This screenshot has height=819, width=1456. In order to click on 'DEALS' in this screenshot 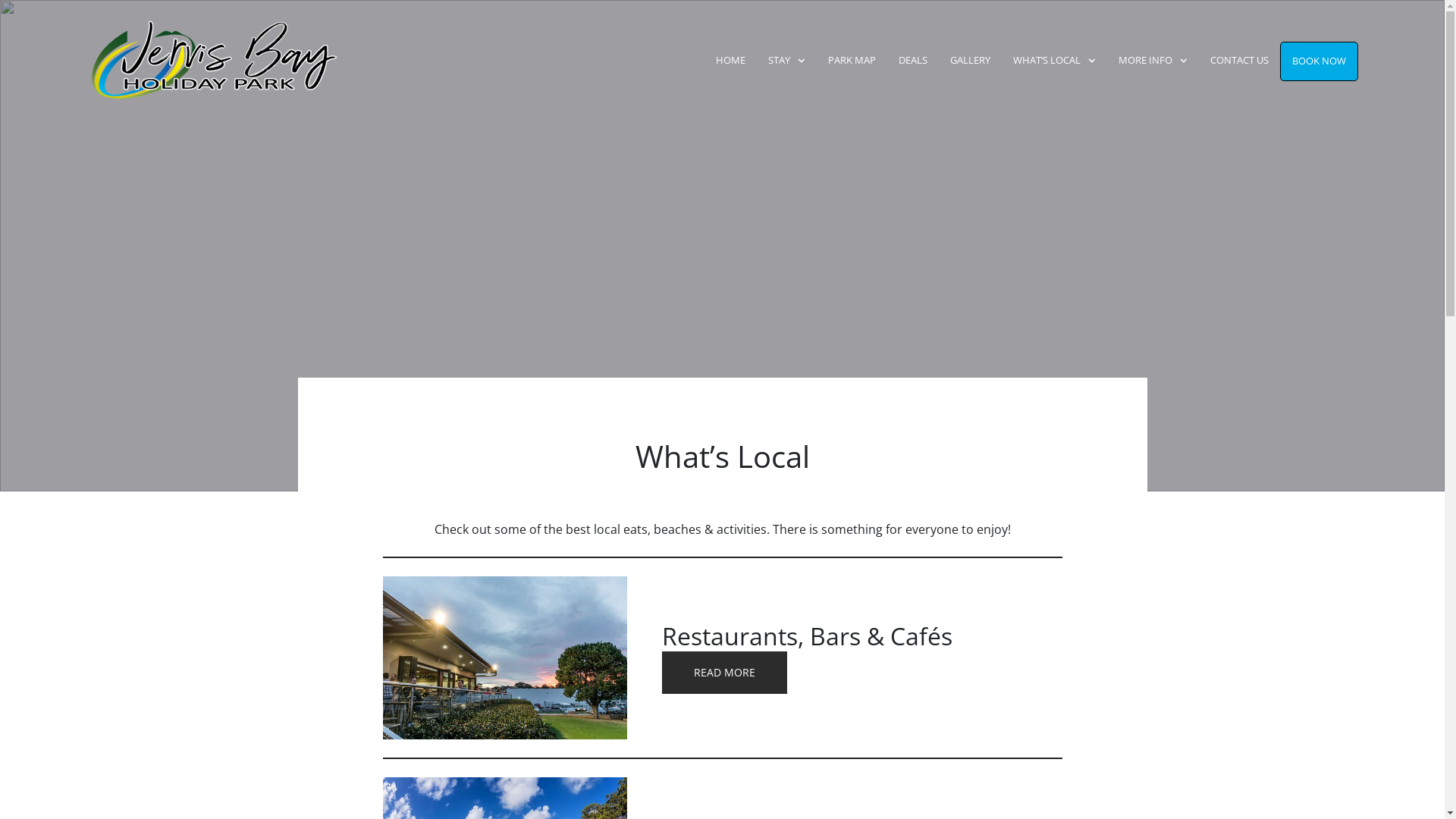, I will do `click(912, 60)`.